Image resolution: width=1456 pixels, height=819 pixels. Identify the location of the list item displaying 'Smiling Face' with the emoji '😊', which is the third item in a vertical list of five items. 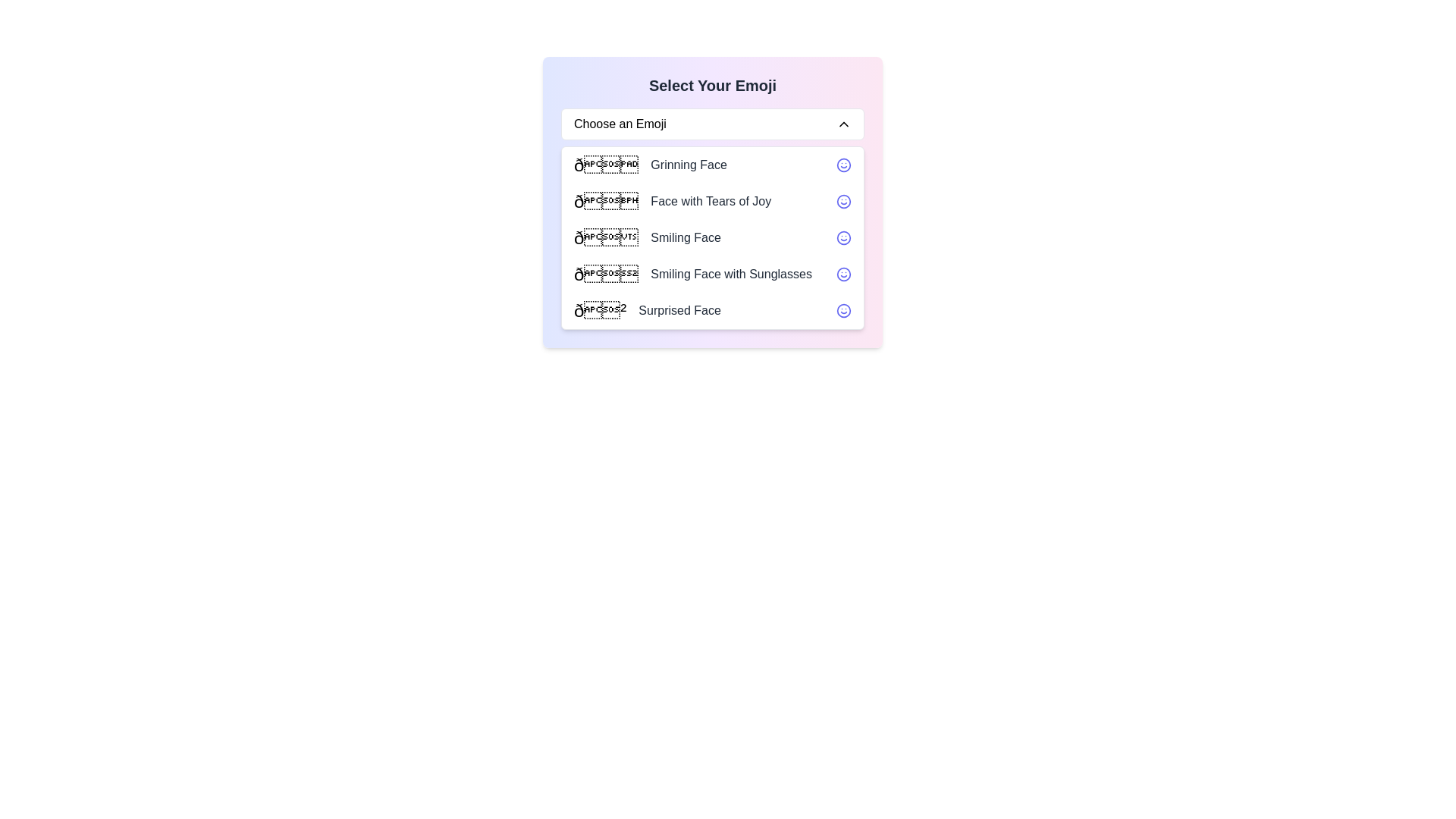
(712, 237).